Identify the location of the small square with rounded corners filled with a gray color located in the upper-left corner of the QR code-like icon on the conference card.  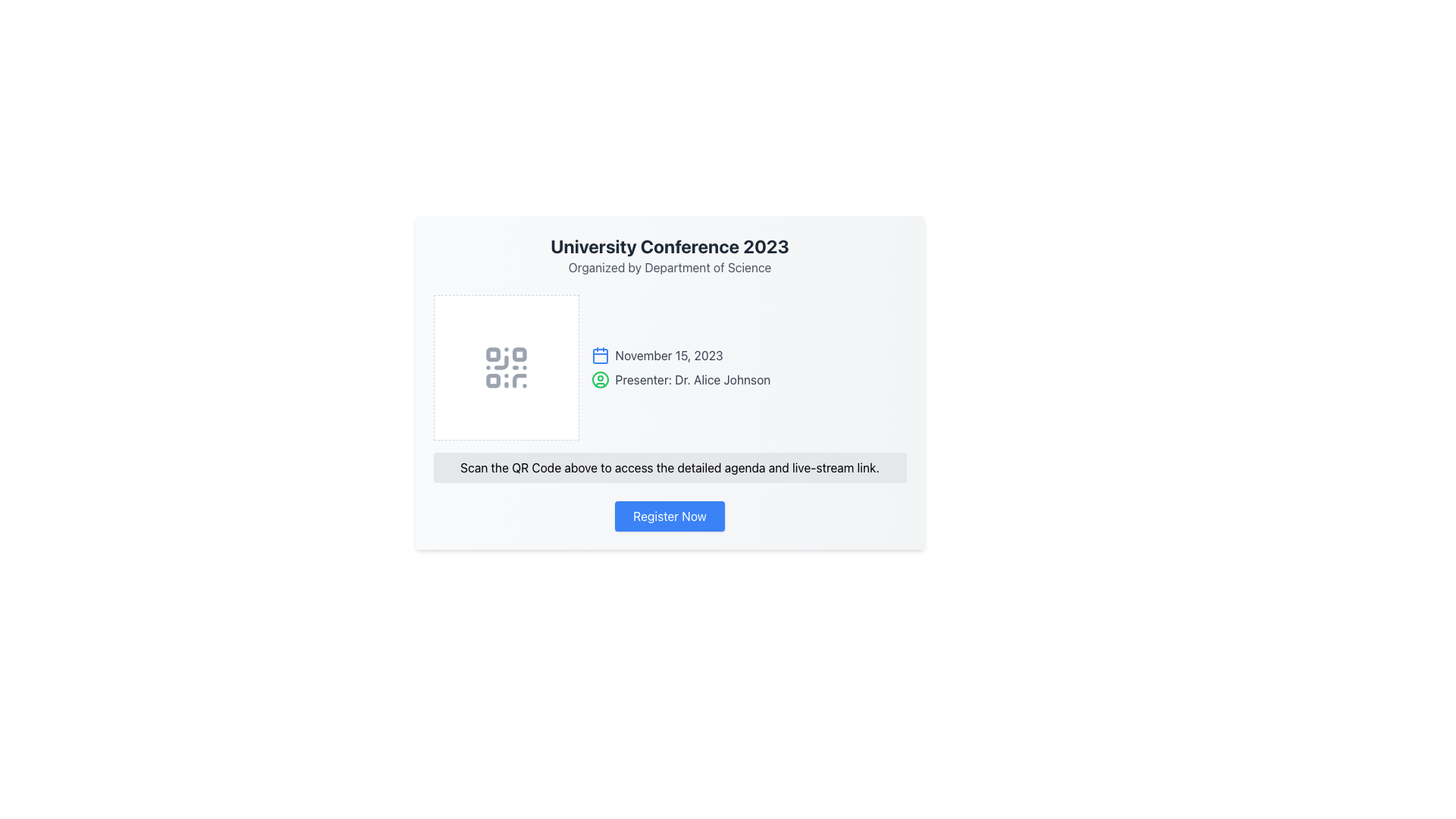
(493, 354).